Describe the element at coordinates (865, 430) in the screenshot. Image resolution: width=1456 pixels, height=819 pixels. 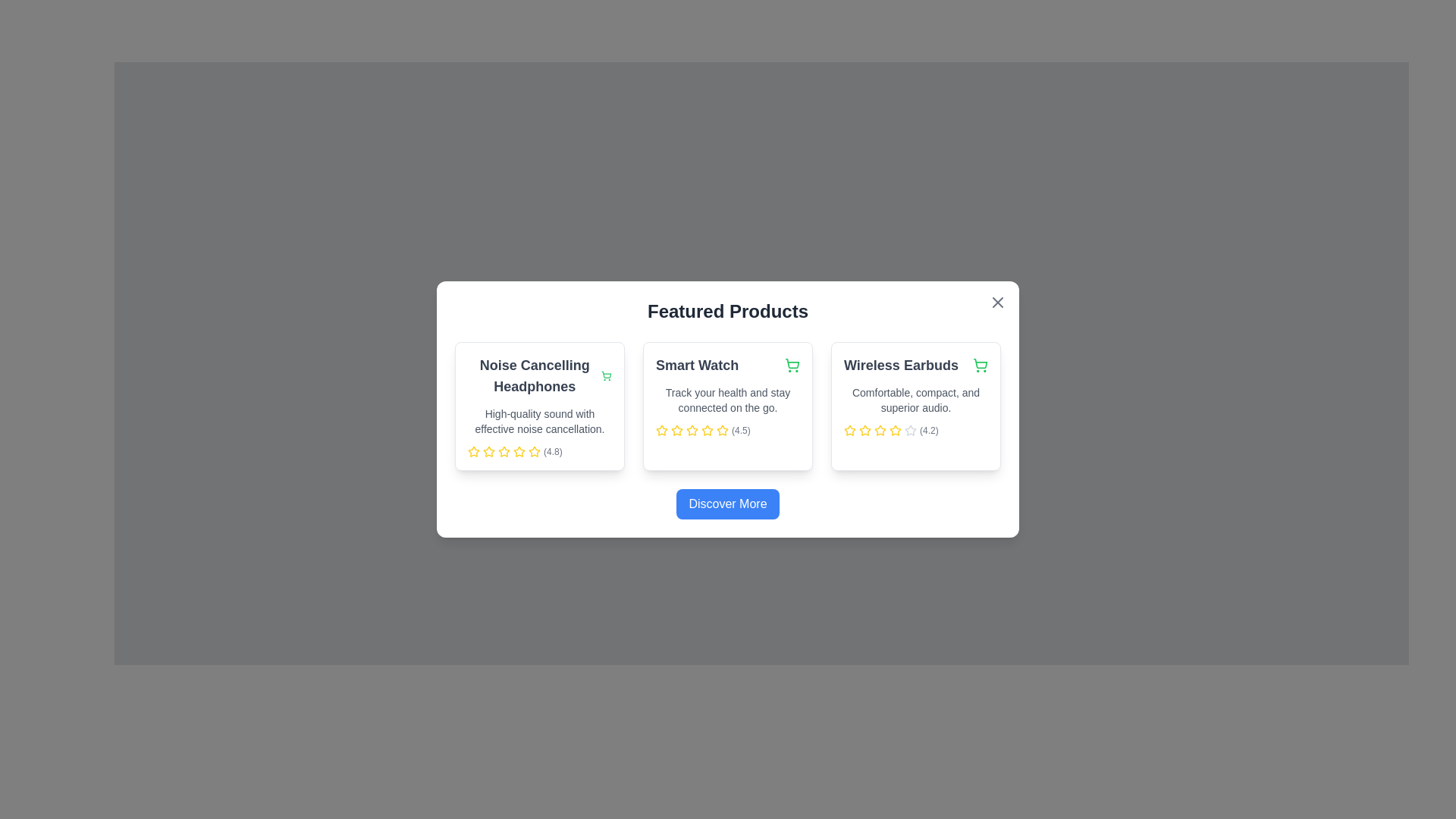
I see `the third star icon in the 5-star rating system for the 'Wireless Earbuds' product, which has a yellow outline and indicates a partial rating` at that location.